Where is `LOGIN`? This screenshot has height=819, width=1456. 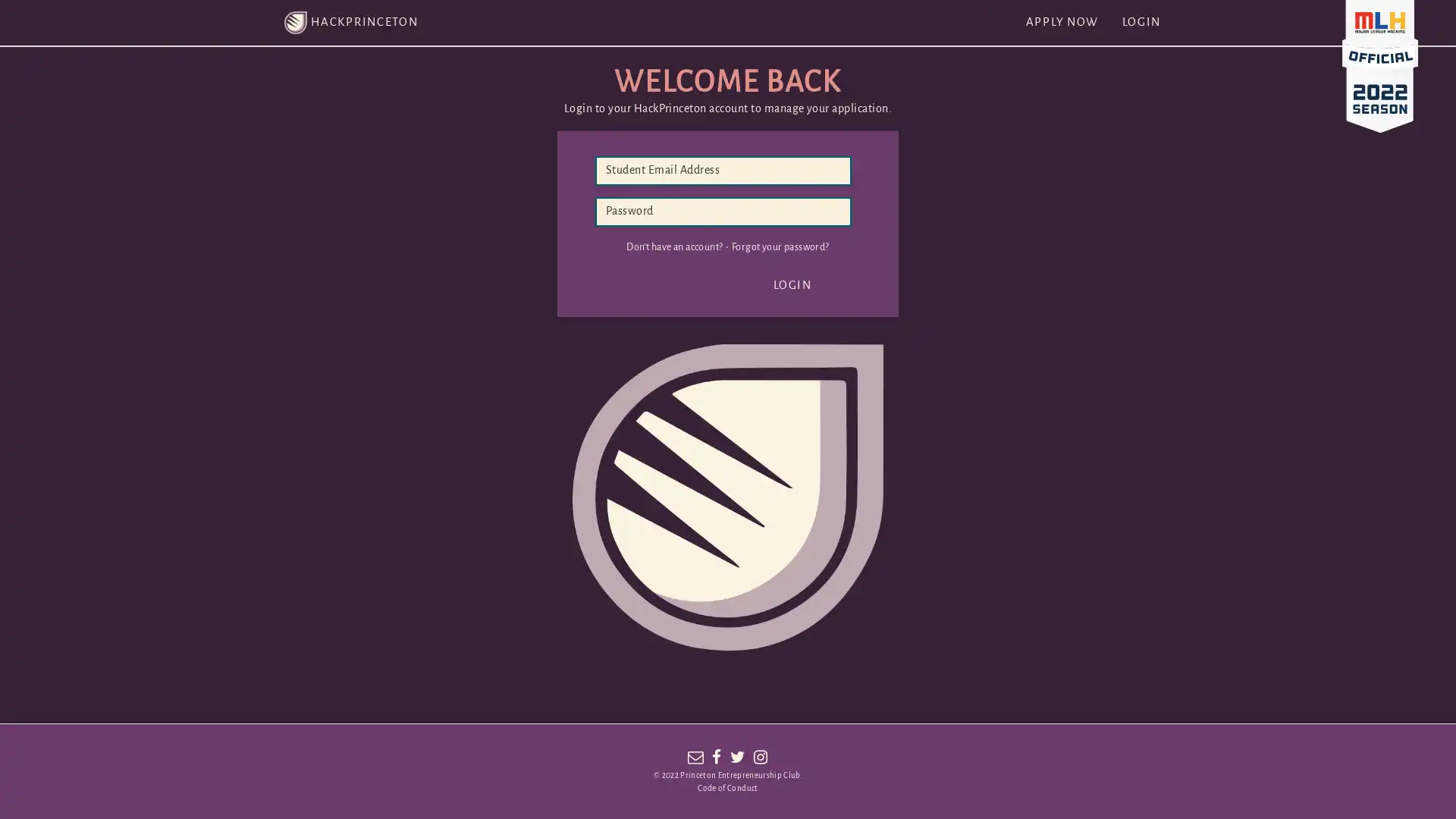
LOGIN is located at coordinates (792, 285).